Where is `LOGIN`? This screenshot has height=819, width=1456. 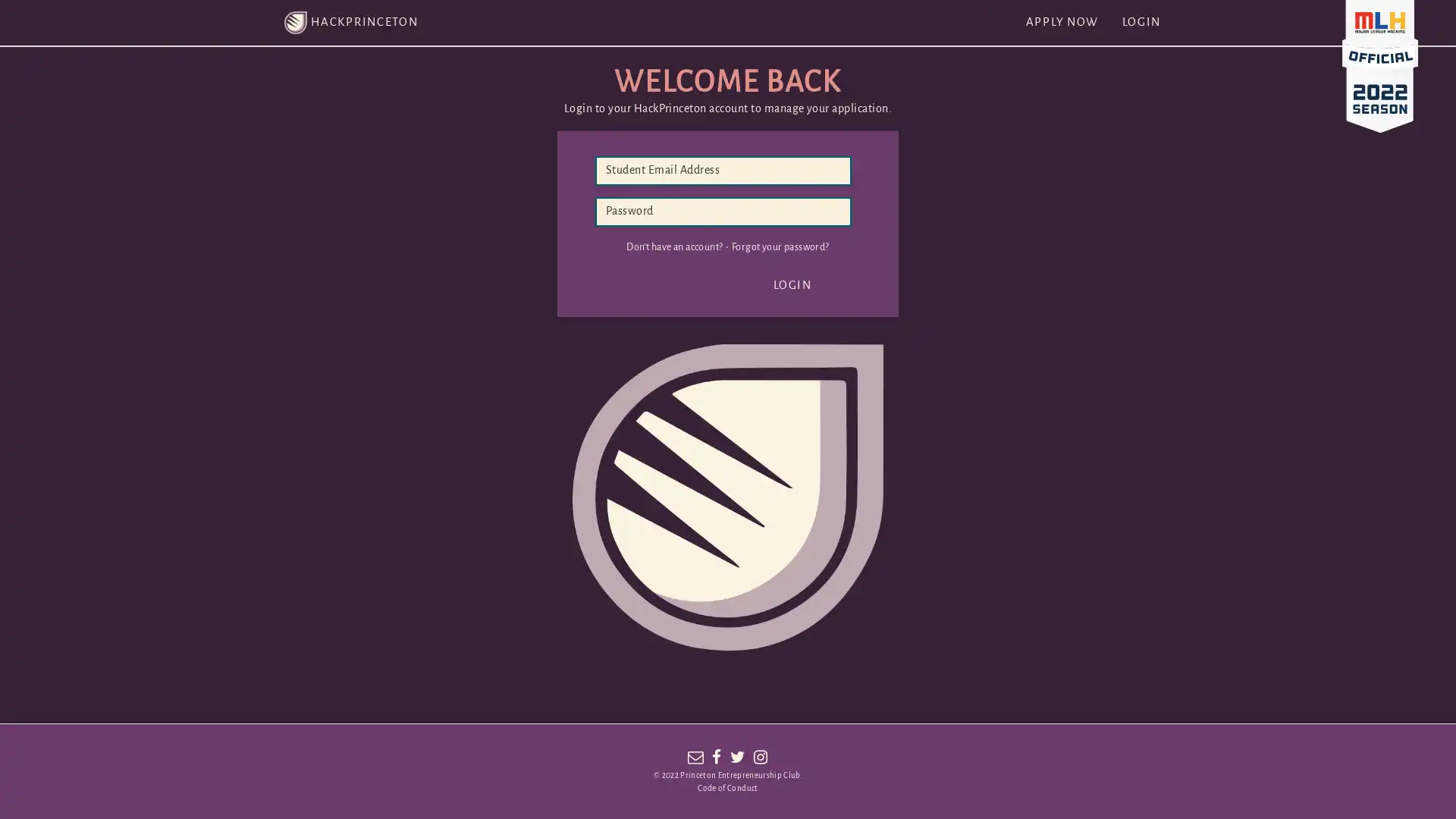
LOGIN is located at coordinates (792, 285).